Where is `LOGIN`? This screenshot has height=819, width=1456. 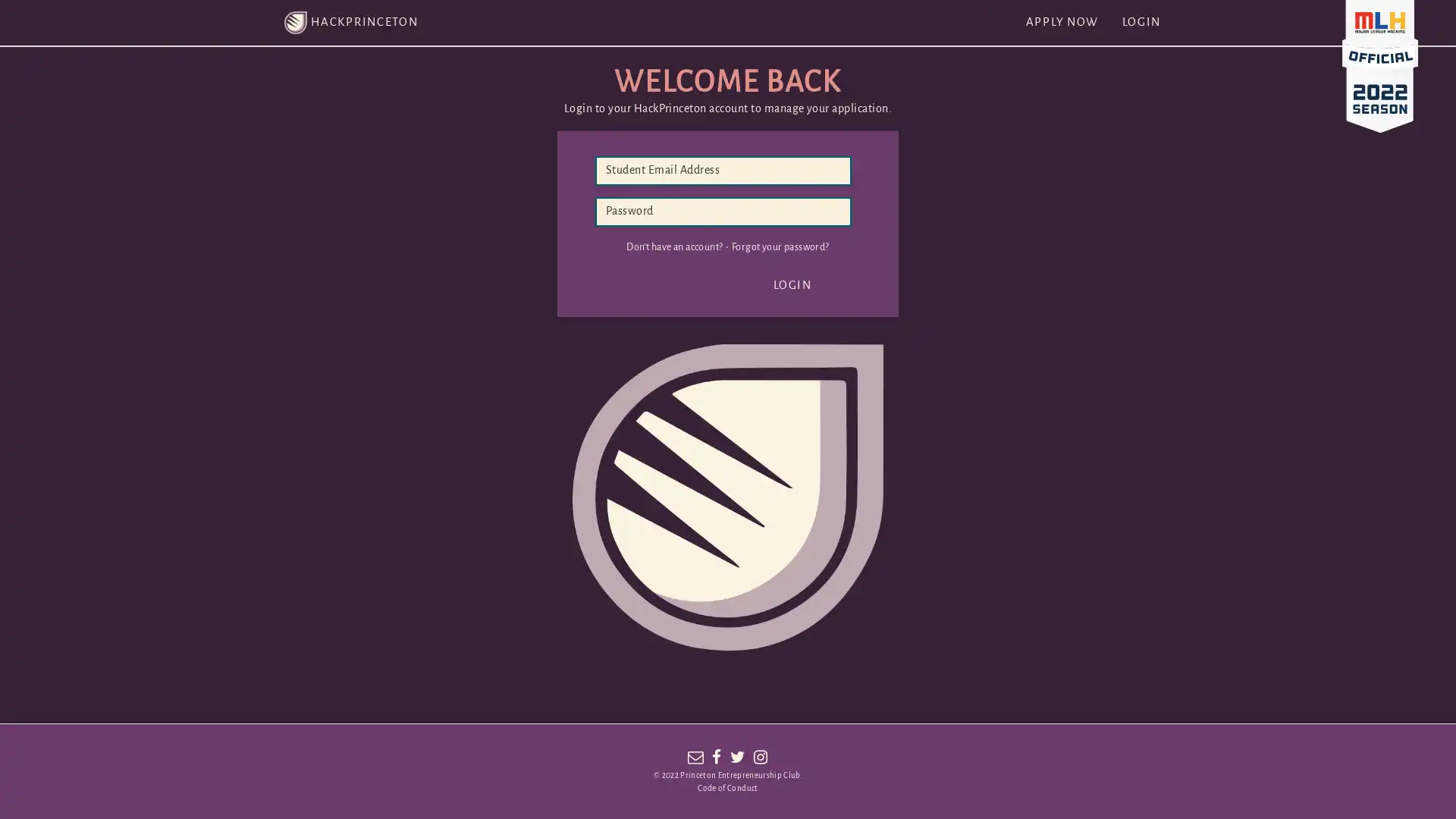
LOGIN is located at coordinates (792, 285).